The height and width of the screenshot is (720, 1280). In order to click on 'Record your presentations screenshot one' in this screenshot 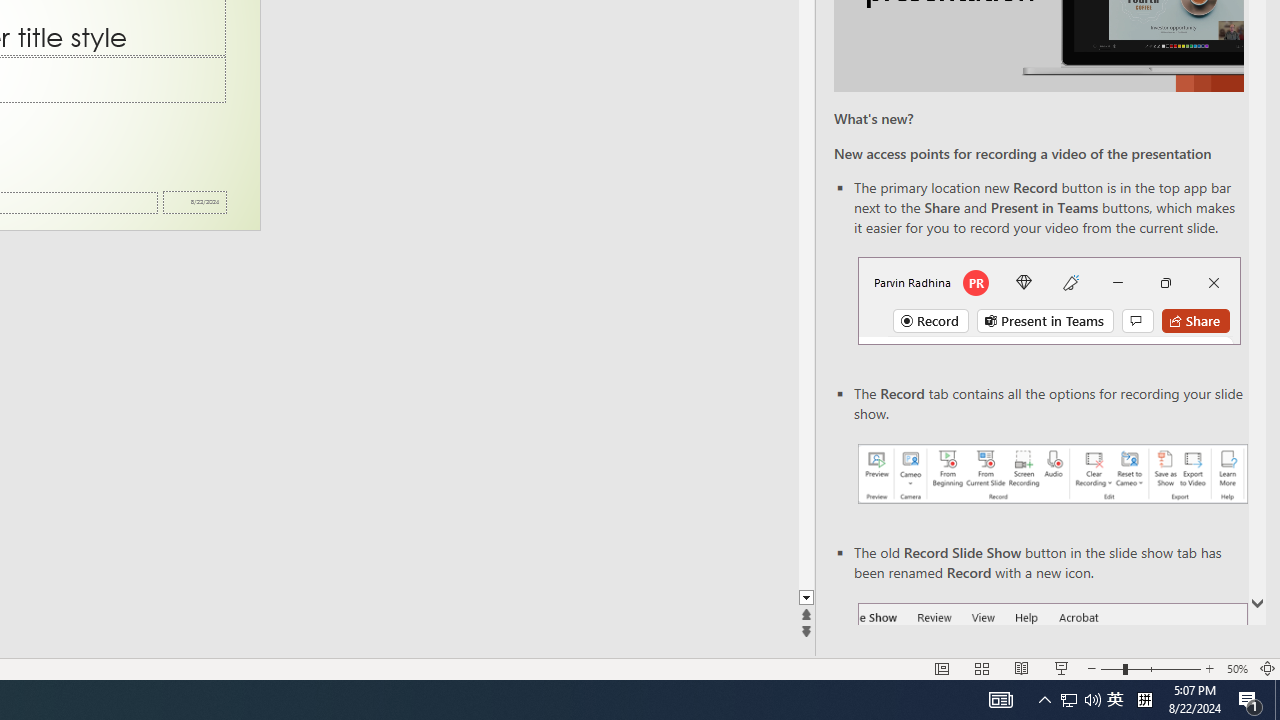, I will do `click(1051, 474)`.